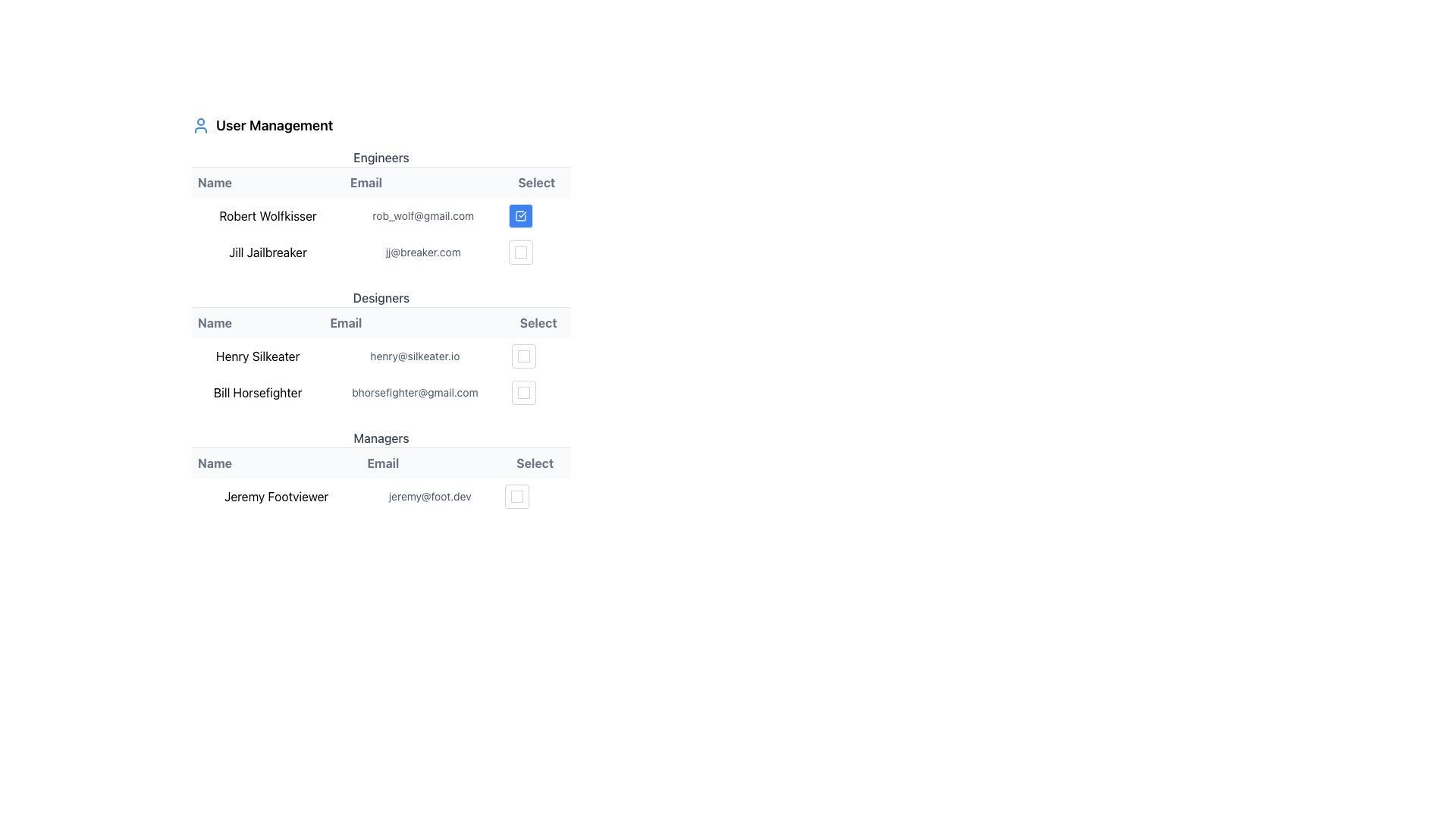 Image resolution: width=1456 pixels, height=819 pixels. Describe the element at coordinates (415, 356) in the screenshot. I see `the static text display showing the email address of 'Henry Silkeater', located in the 'Email' column of the 'Designers' section, positioned between the checkbox on the right and the name on the left` at that location.